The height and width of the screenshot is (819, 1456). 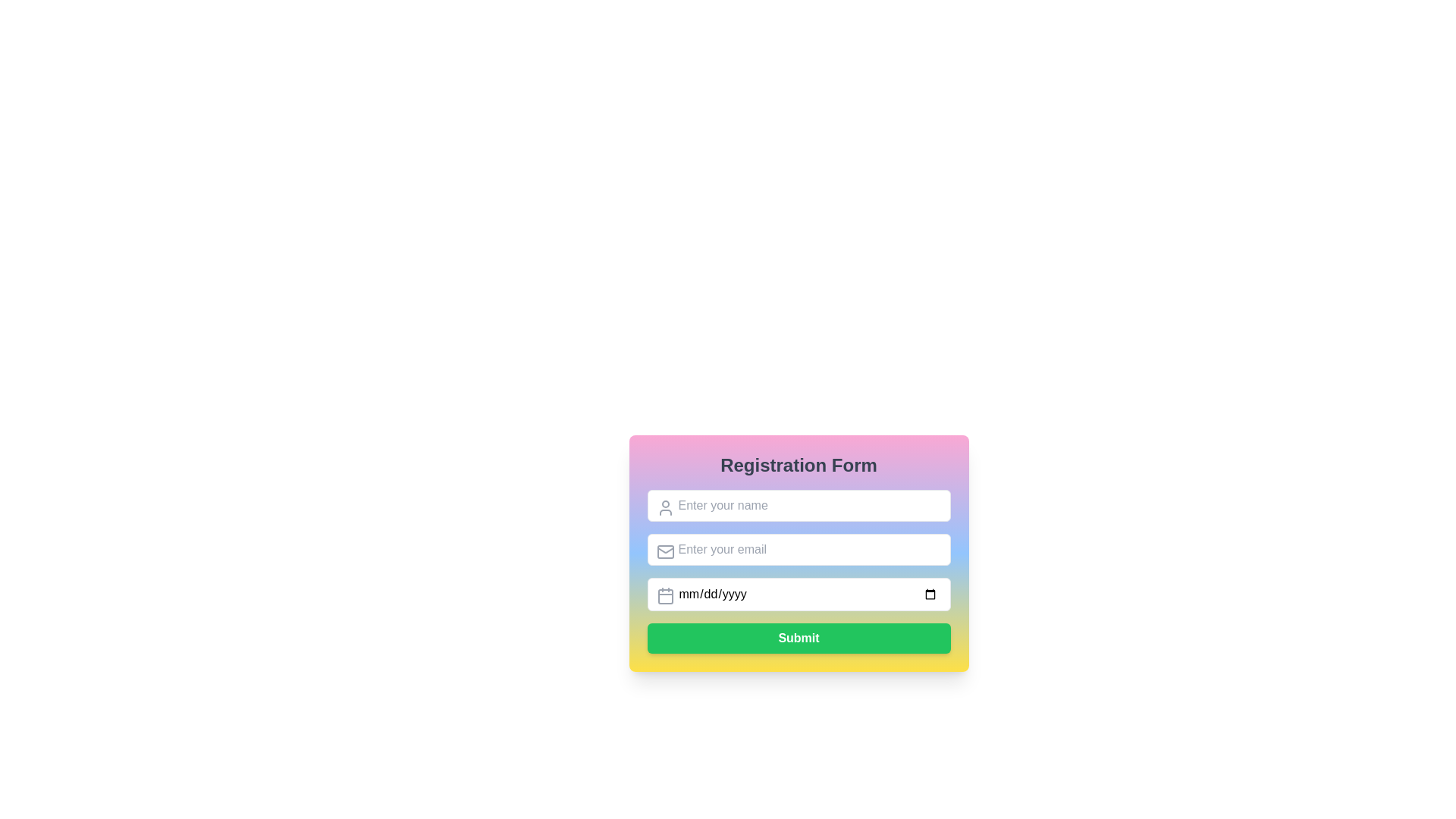 What do you see at coordinates (798, 593) in the screenshot?
I see `the Date input field, which is a horizontal rectangular input box styled with rounded corners and bordered edges, located below the email input field and above the green 'Submit' button, to trigger a possible tooltip or styling change` at bounding box center [798, 593].